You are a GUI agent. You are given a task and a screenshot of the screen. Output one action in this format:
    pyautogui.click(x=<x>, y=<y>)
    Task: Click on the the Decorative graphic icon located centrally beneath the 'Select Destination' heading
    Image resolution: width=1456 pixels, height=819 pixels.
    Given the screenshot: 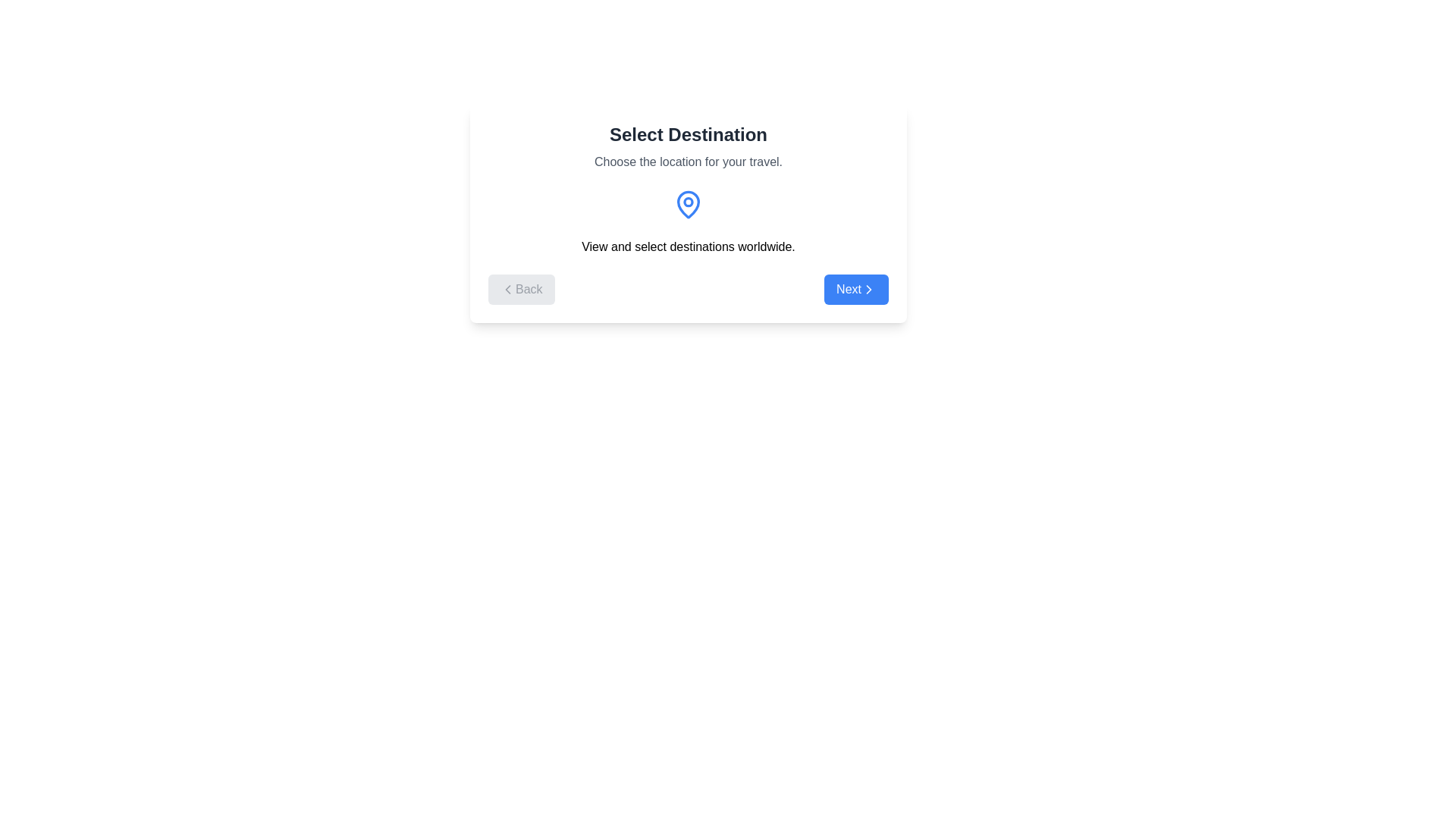 What is the action you would take?
    pyautogui.click(x=687, y=205)
    